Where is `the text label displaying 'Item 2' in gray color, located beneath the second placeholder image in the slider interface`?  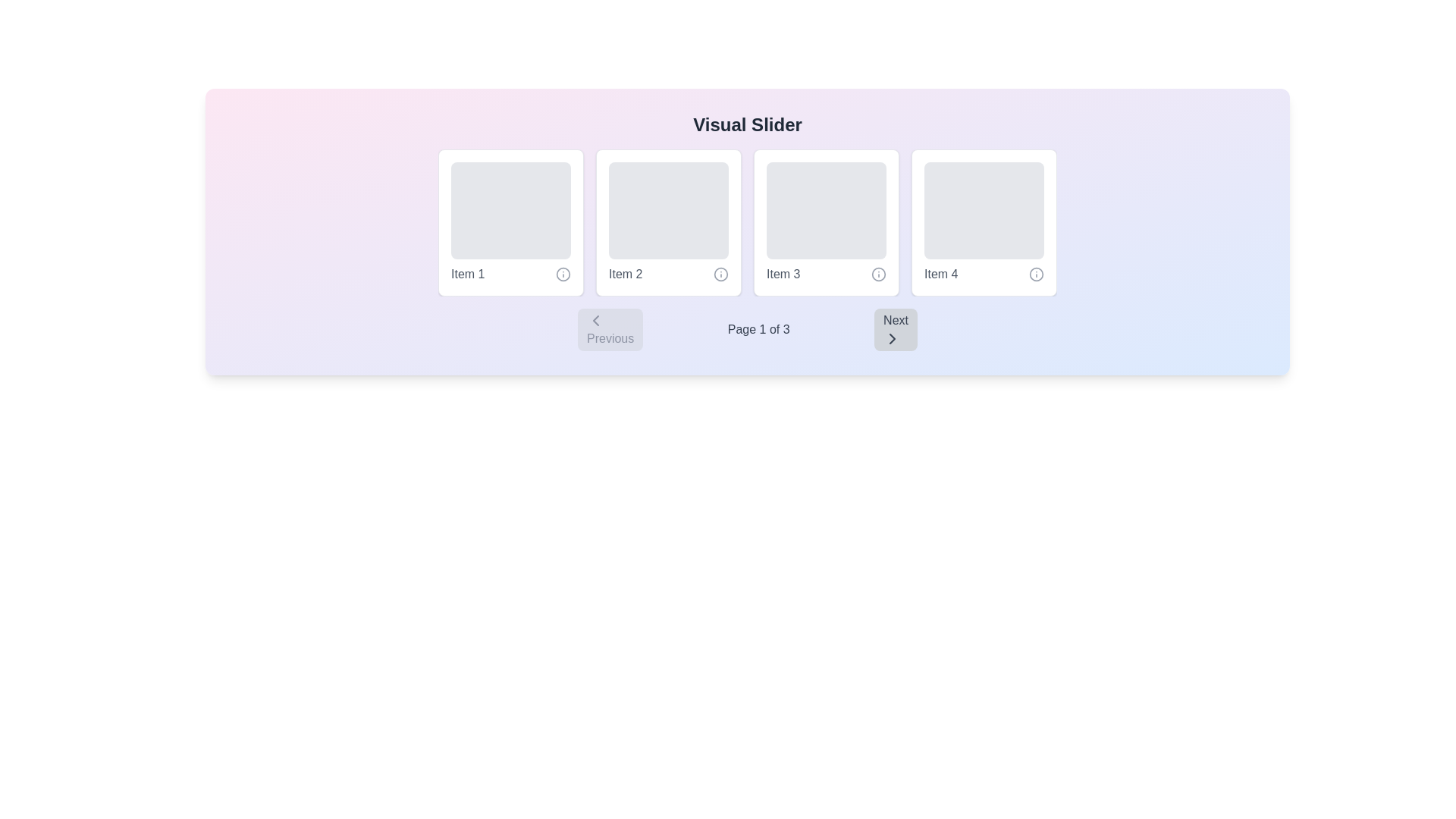 the text label displaying 'Item 2' in gray color, located beneath the second placeholder image in the slider interface is located at coordinates (626, 275).